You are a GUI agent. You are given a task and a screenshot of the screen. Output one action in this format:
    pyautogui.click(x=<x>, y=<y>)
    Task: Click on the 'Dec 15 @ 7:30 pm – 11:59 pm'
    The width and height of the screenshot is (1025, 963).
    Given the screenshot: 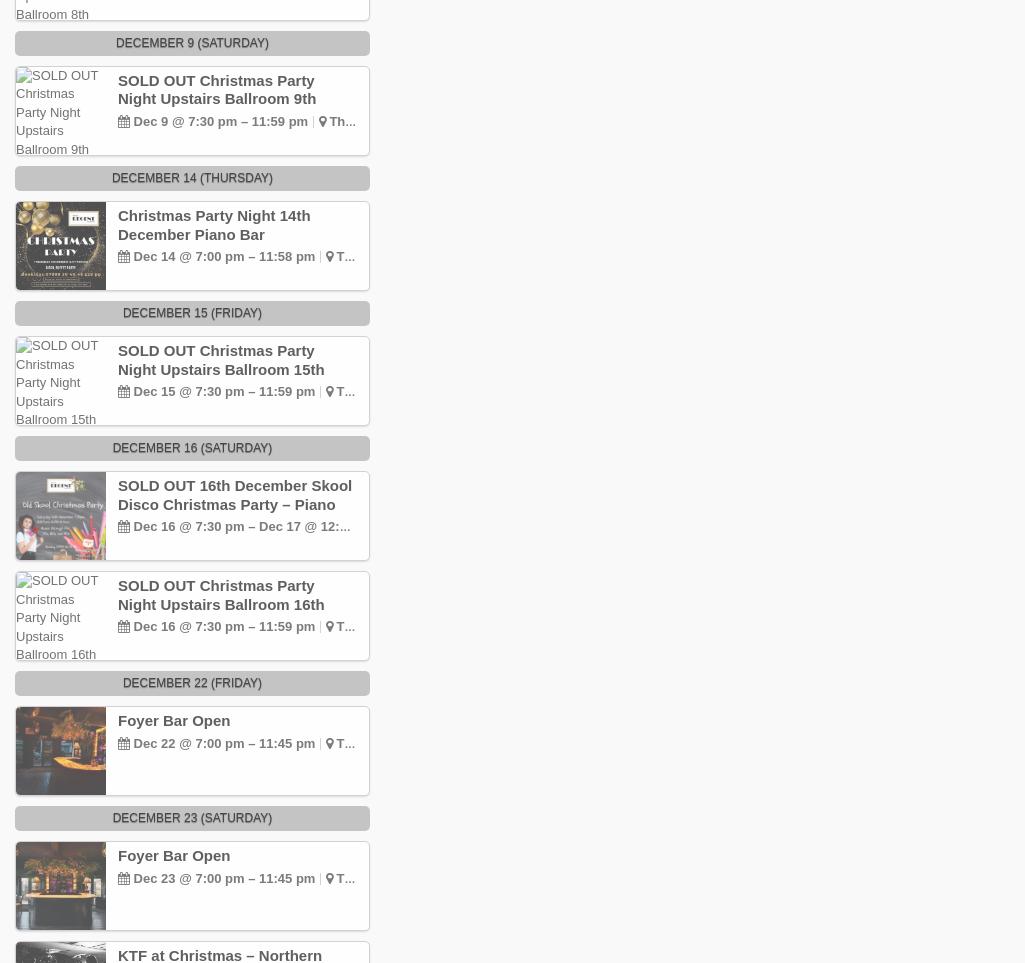 What is the action you would take?
    pyautogui.click(x=129, y=390)
    